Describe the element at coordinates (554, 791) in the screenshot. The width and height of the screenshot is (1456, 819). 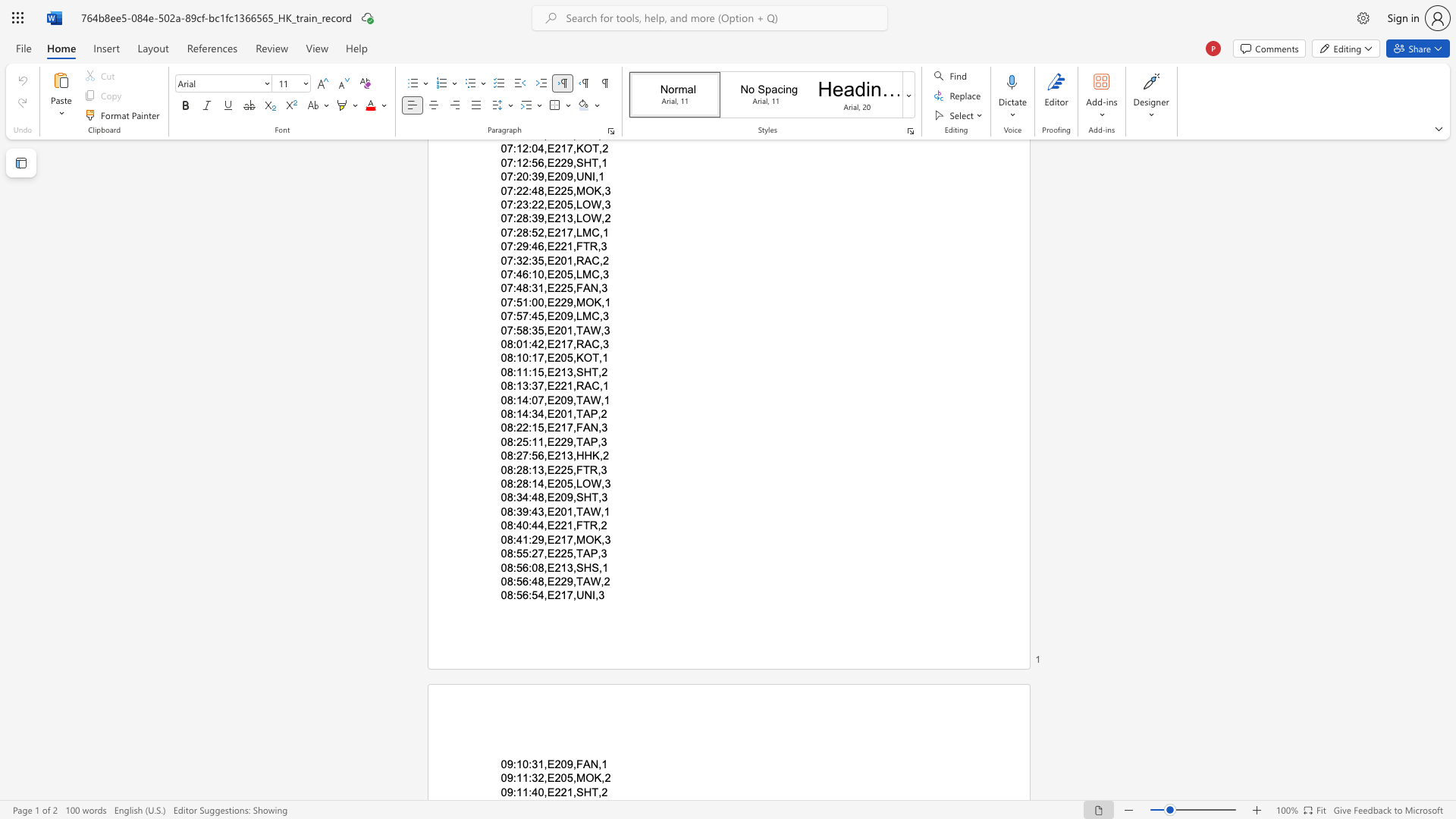
I see `the subset text "221,S" within the text "09:11:40,E221,SHT,2"` at that location.